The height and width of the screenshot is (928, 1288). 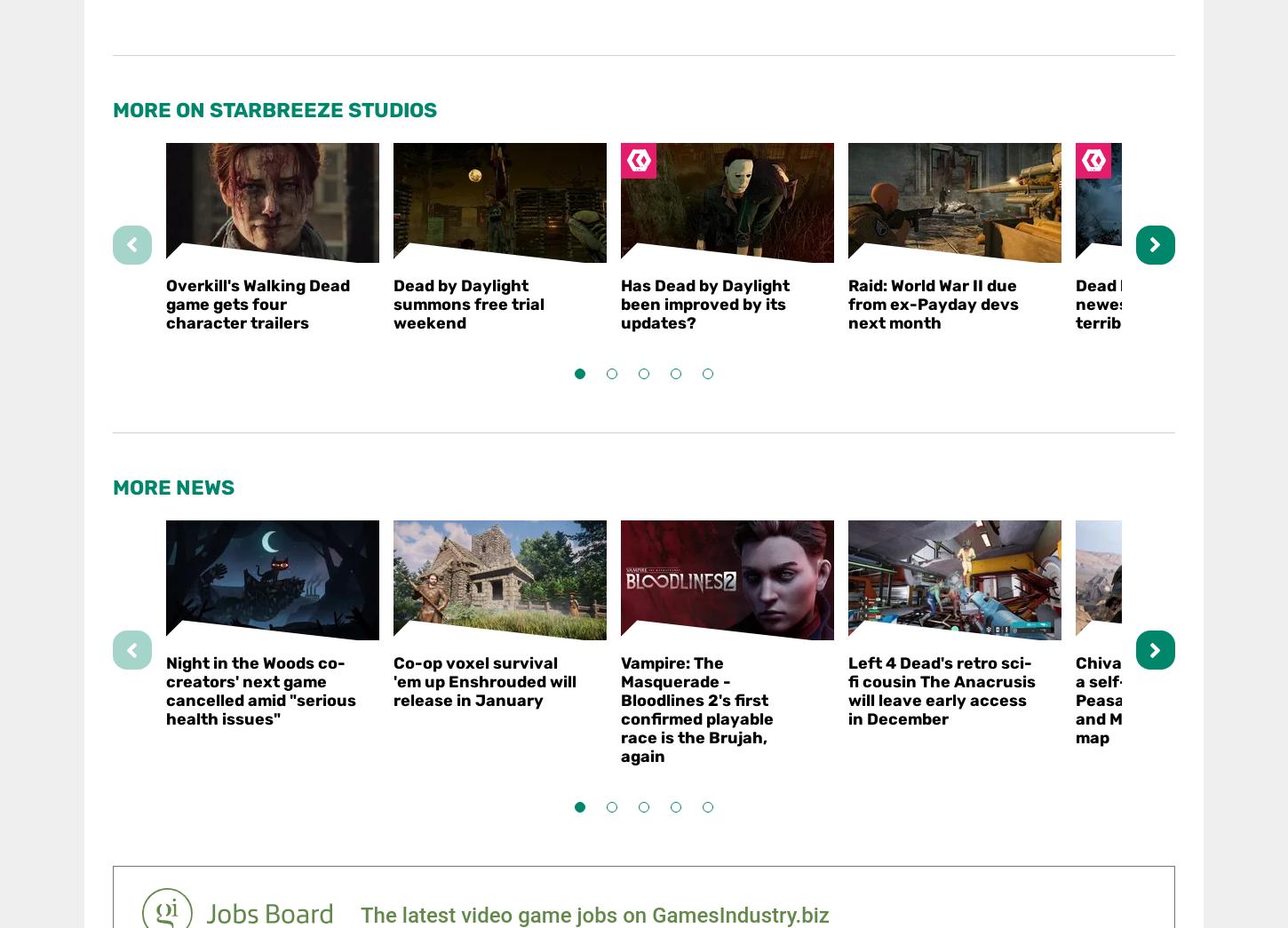 What do you see at coordinates (172, 486) in the screenshot?
I see `'More News'` at bounding box center [172, 486].